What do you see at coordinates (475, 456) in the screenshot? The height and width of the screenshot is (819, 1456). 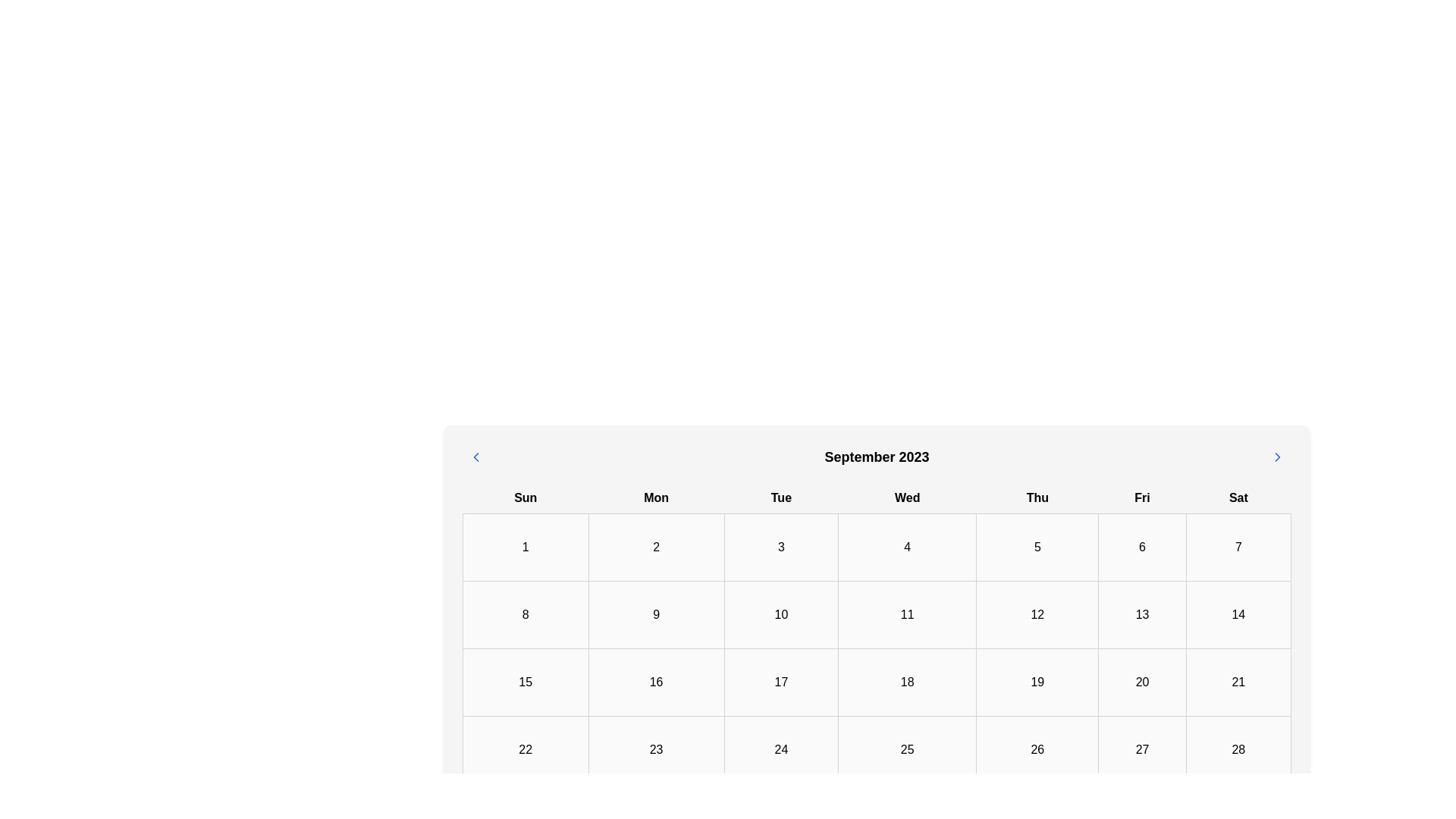 I see `the circular navigation button located at the top-left corner of the calendar display` at bounding box center [475, 456].